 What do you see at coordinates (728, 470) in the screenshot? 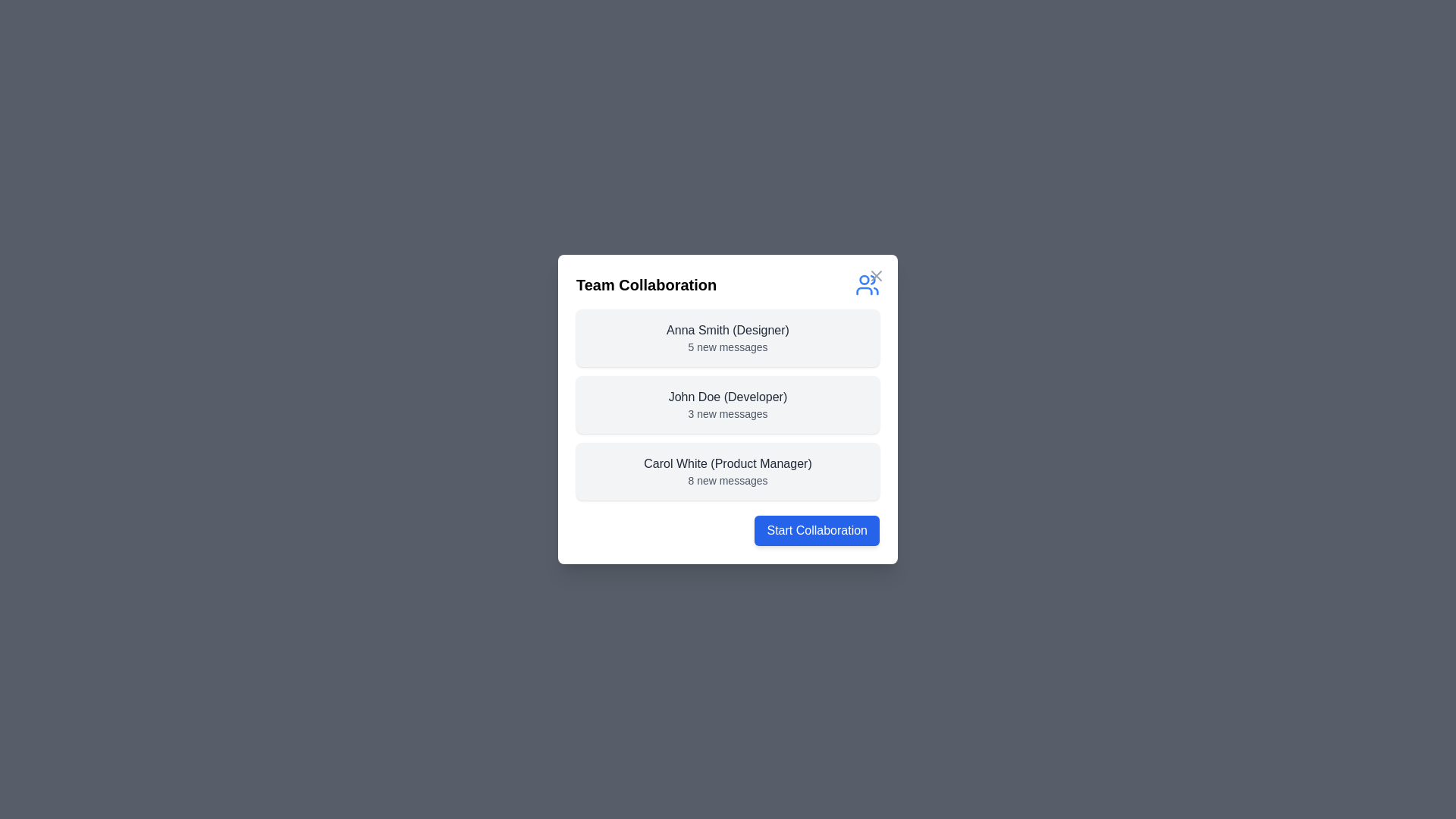
I see `the team member entry corresponding to Carol White to view their details` at bounding box center [728, 470].